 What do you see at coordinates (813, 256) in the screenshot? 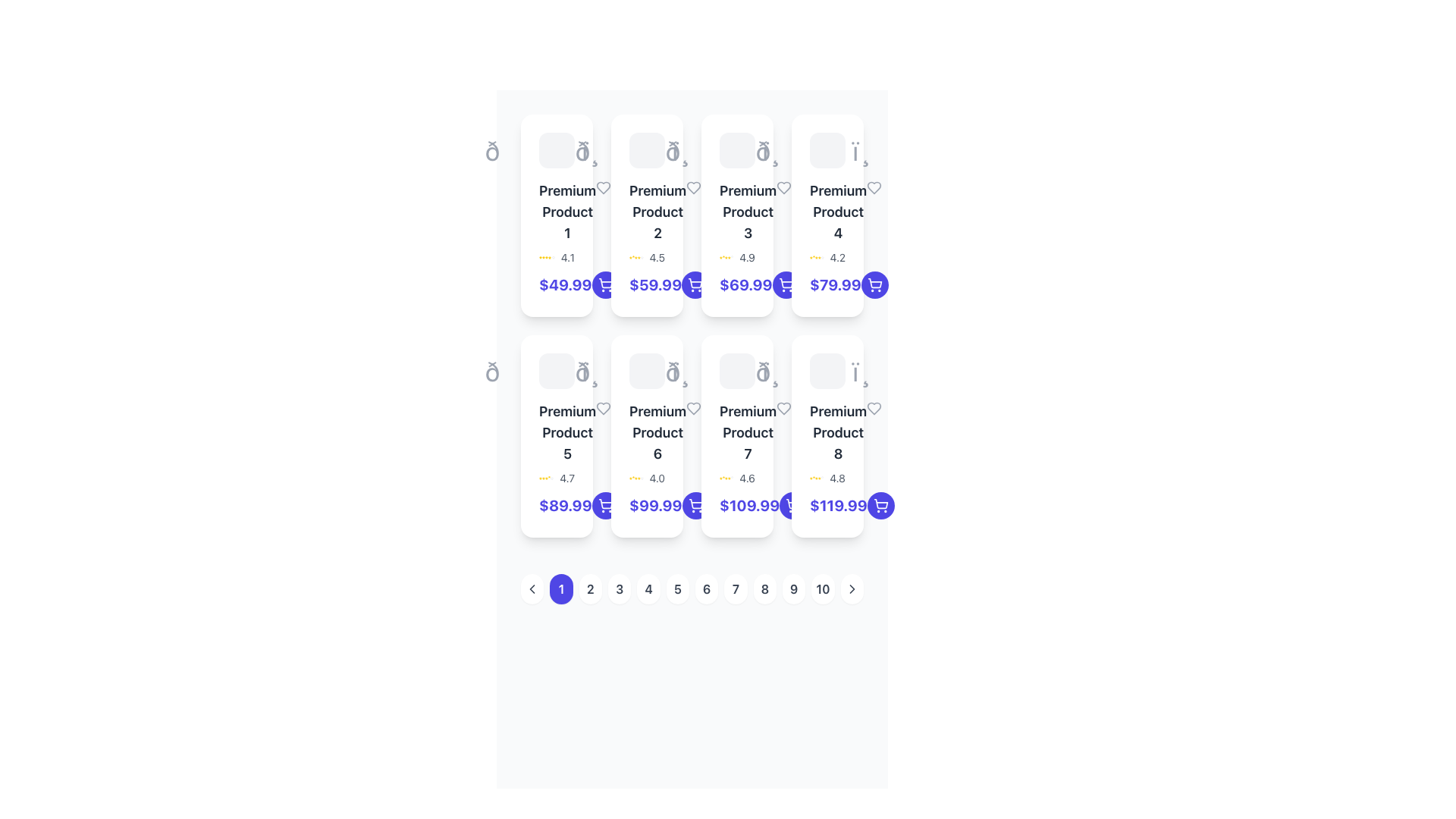
I see `the second Rating Star Icon above the rating value '4.2' for the product 'Premium Product 4' to interact with it` at bounding box center [813, 256].